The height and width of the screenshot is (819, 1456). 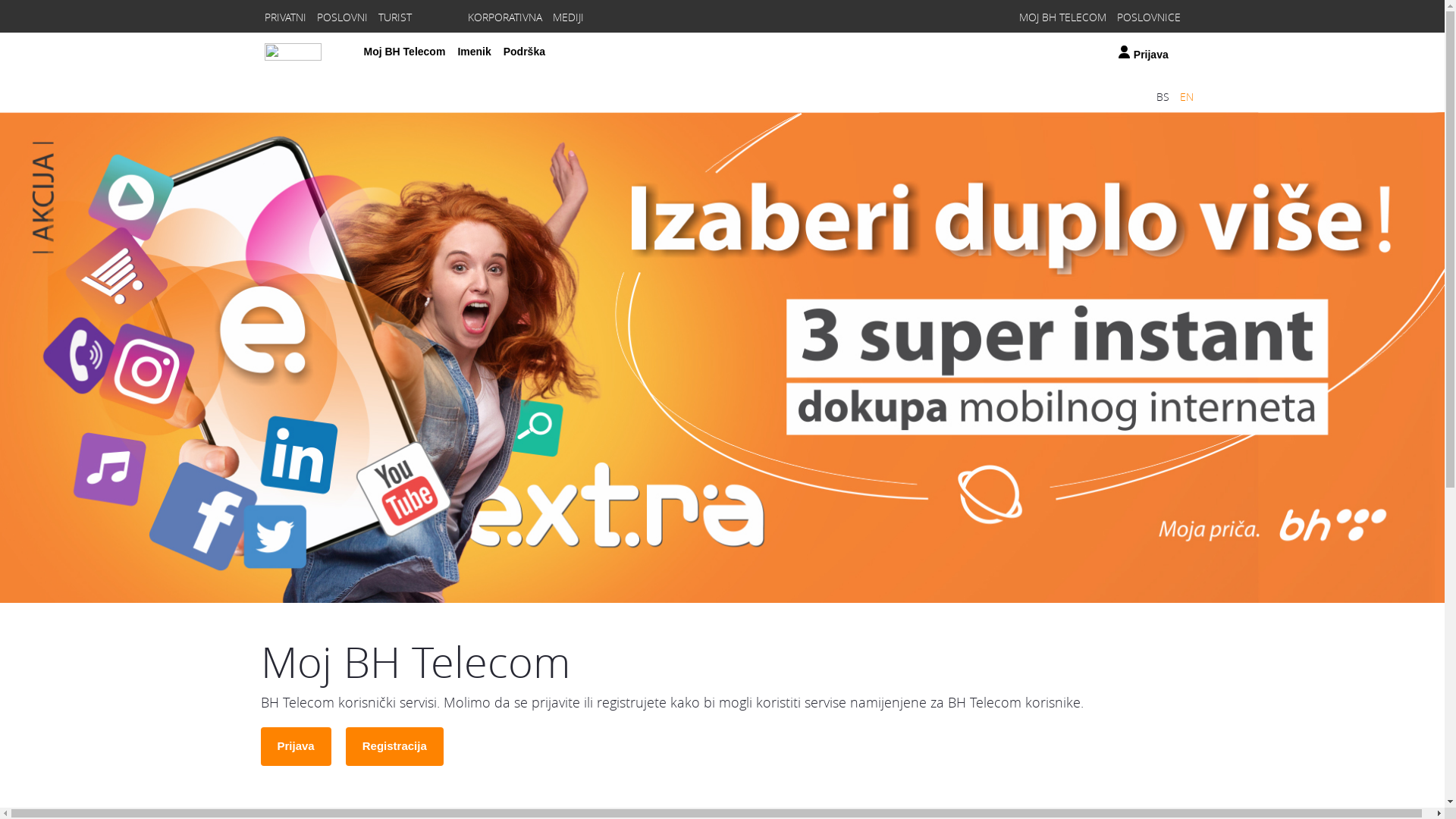 I want to click on 'Registracija', so click(x=345, y=745).